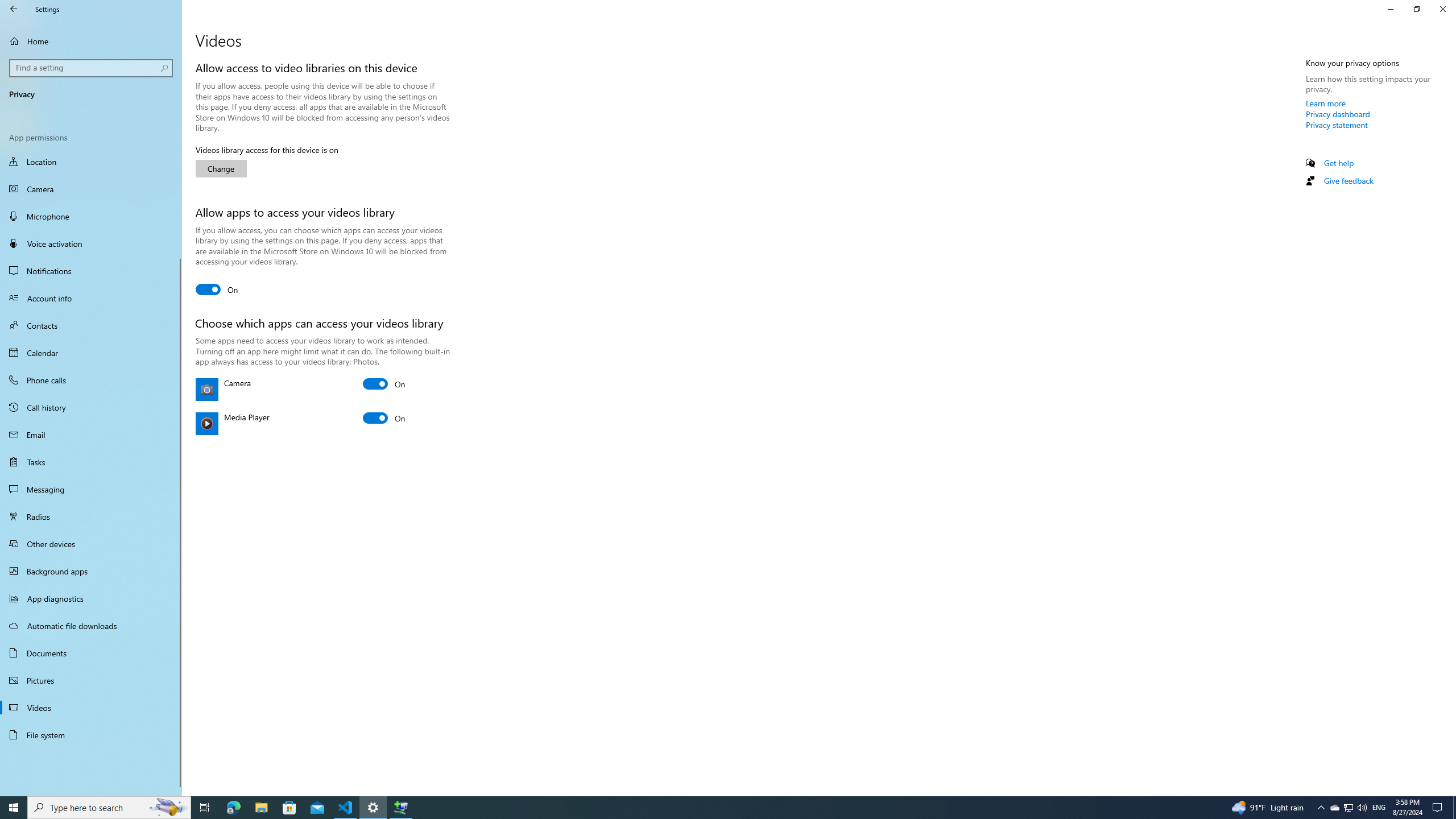  What do you see at coordinates (90, 653) in the screenshot?
I see `'Documents'` at bounding box center [90, 653].